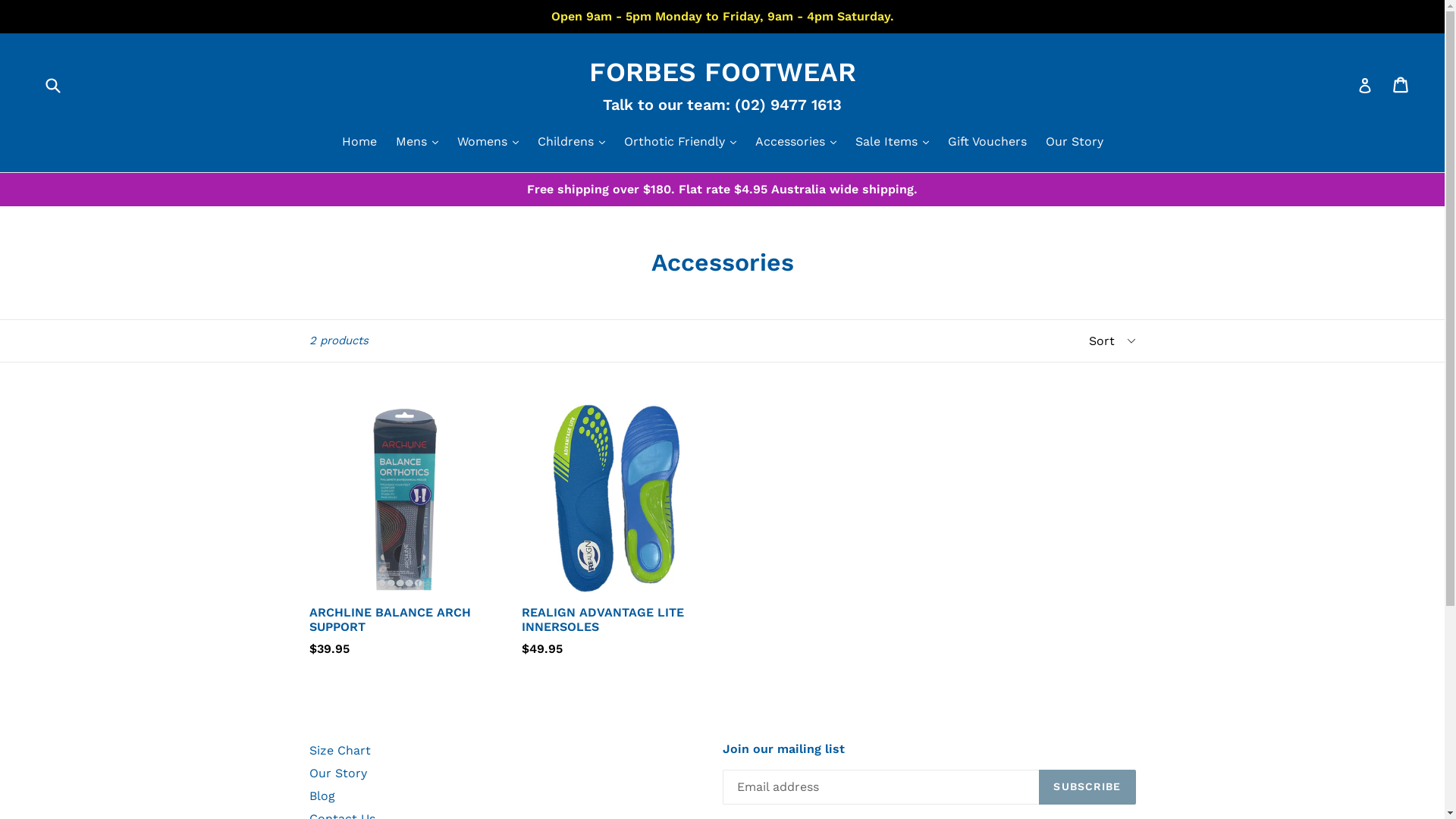  I want to click on 'SUBSCRIBE', so click(1037, 786).